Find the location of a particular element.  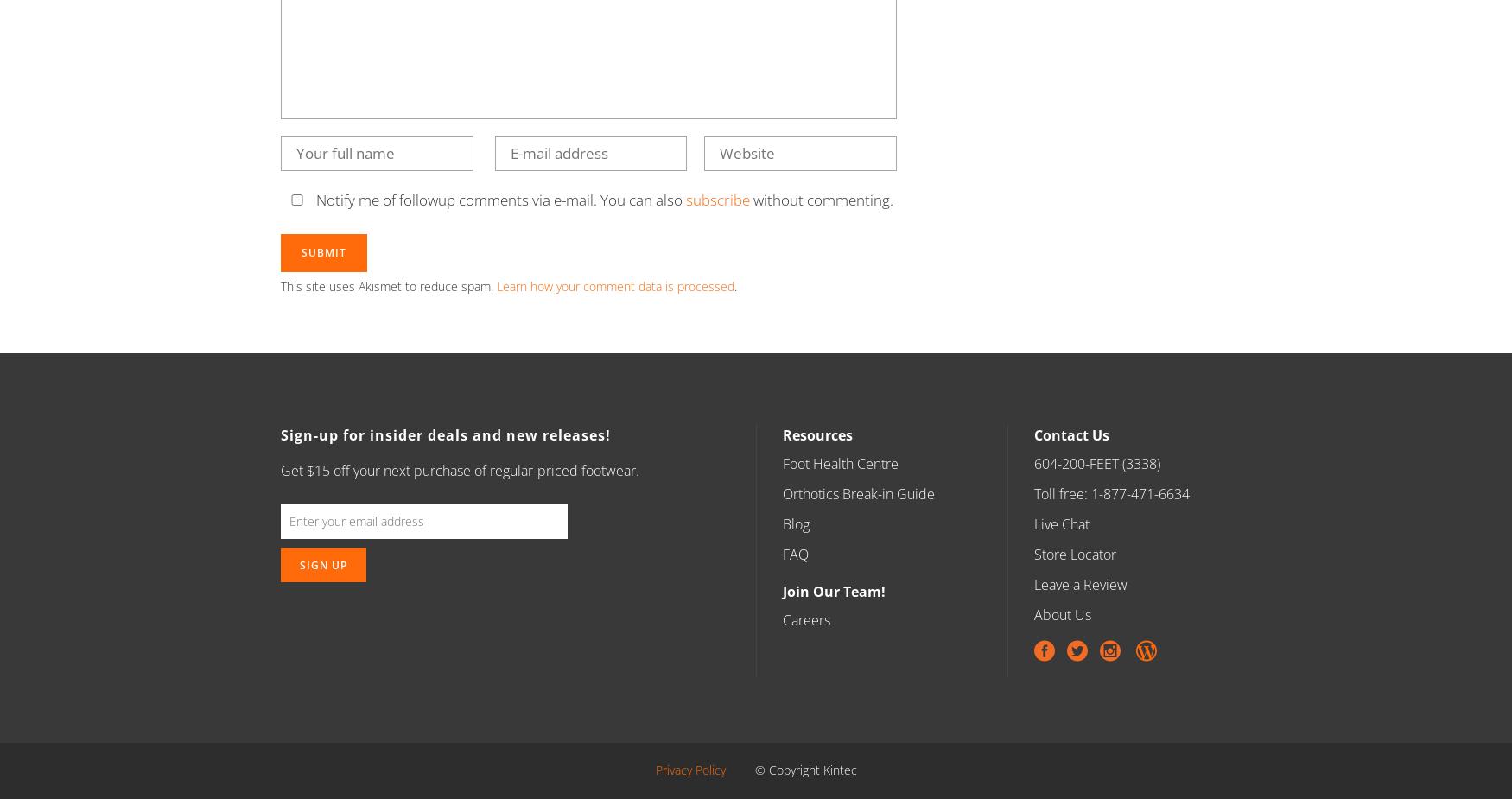

'Orthotics Break-in Guide' is located at coordinates (781, 493).